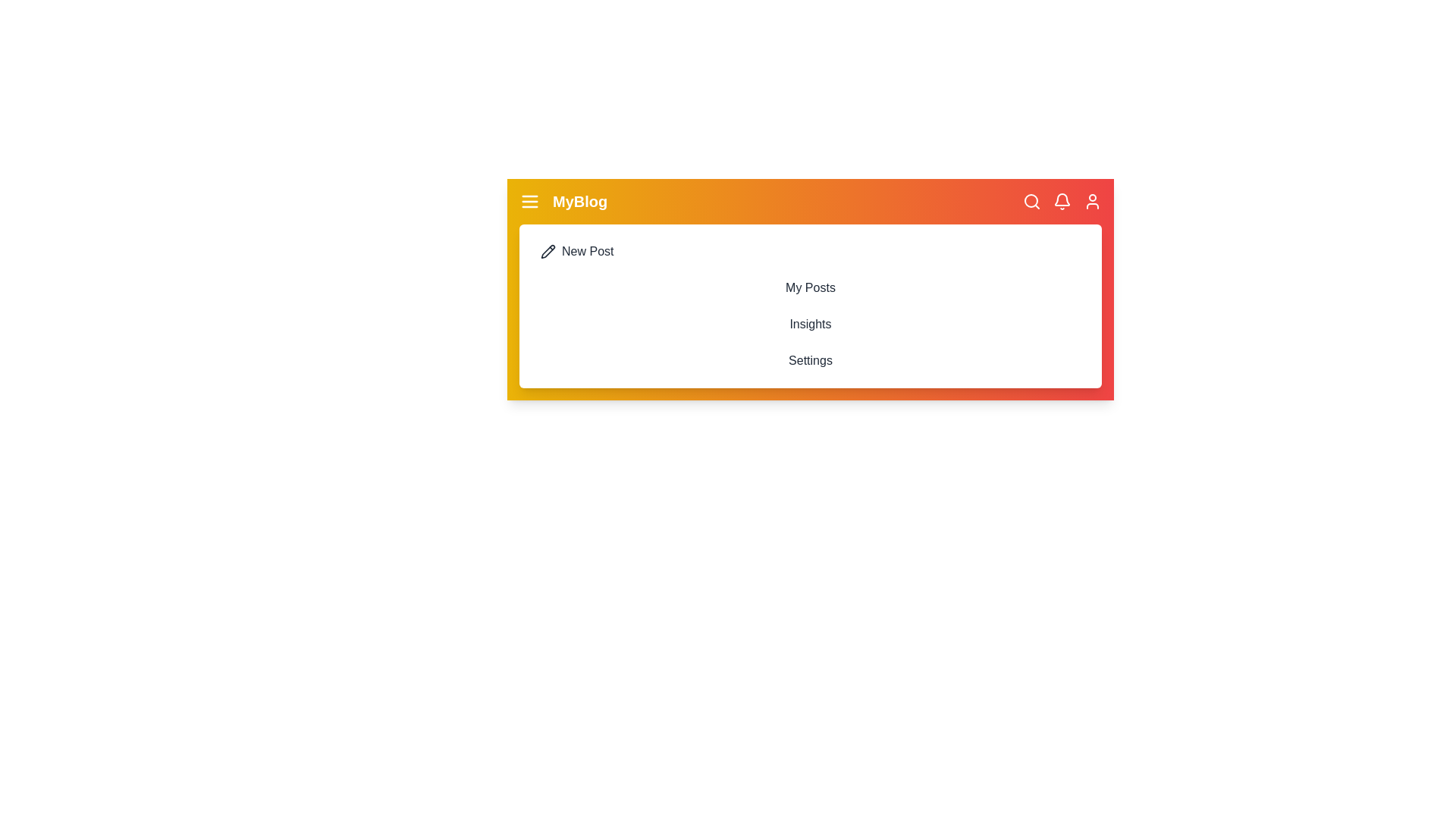 This screenshot has width=1456, height=819. What do you see at coordinates (810, 360) in the screenshot?
I see `the 'Settings' menu item` at bounding box center [810, 360].